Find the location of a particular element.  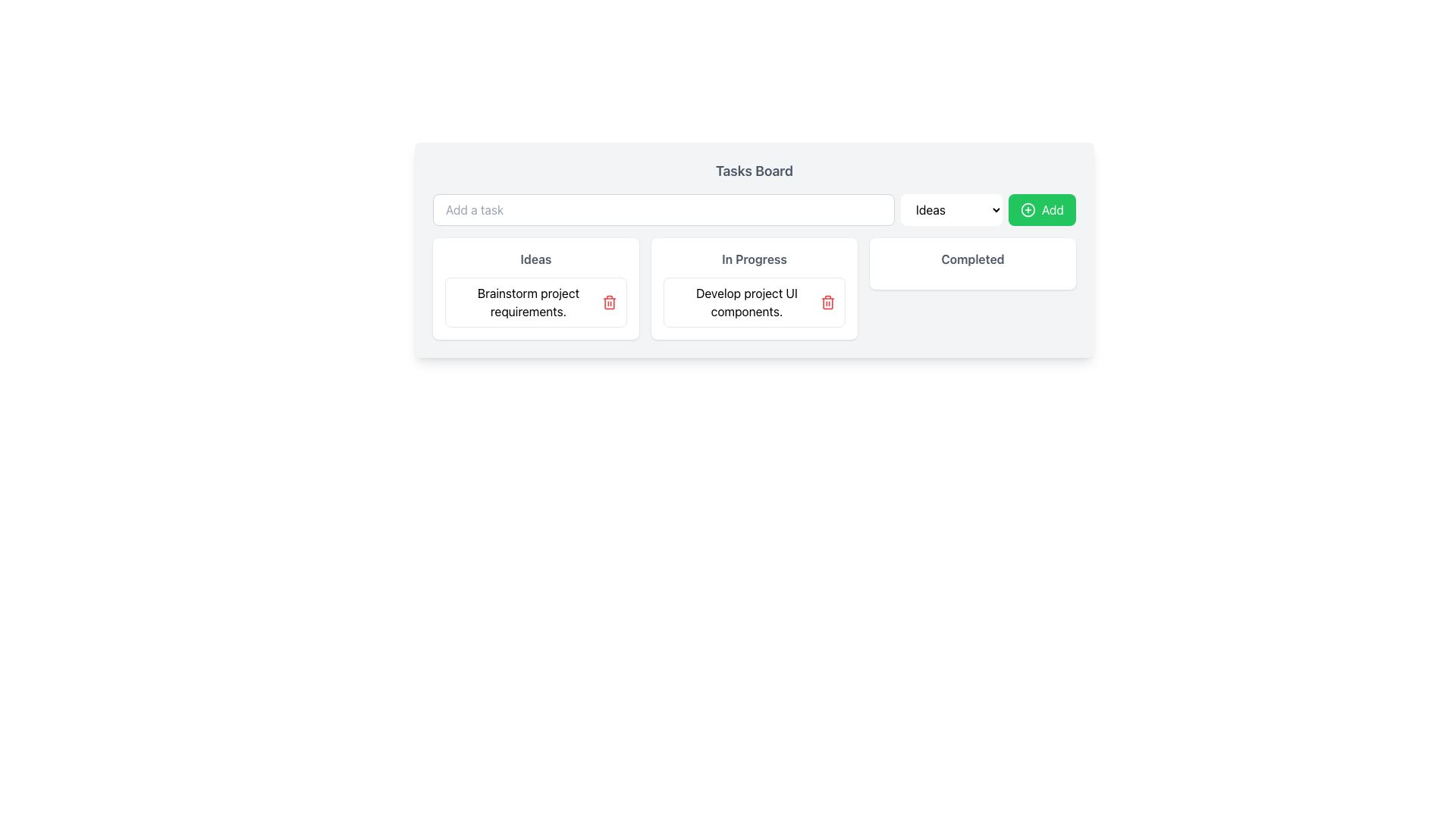

the delete button icon located on the right end of the 'Develop project UI components.' card under the 'In Progress' column for possible visual feedback is located at coordinates (827, 302).